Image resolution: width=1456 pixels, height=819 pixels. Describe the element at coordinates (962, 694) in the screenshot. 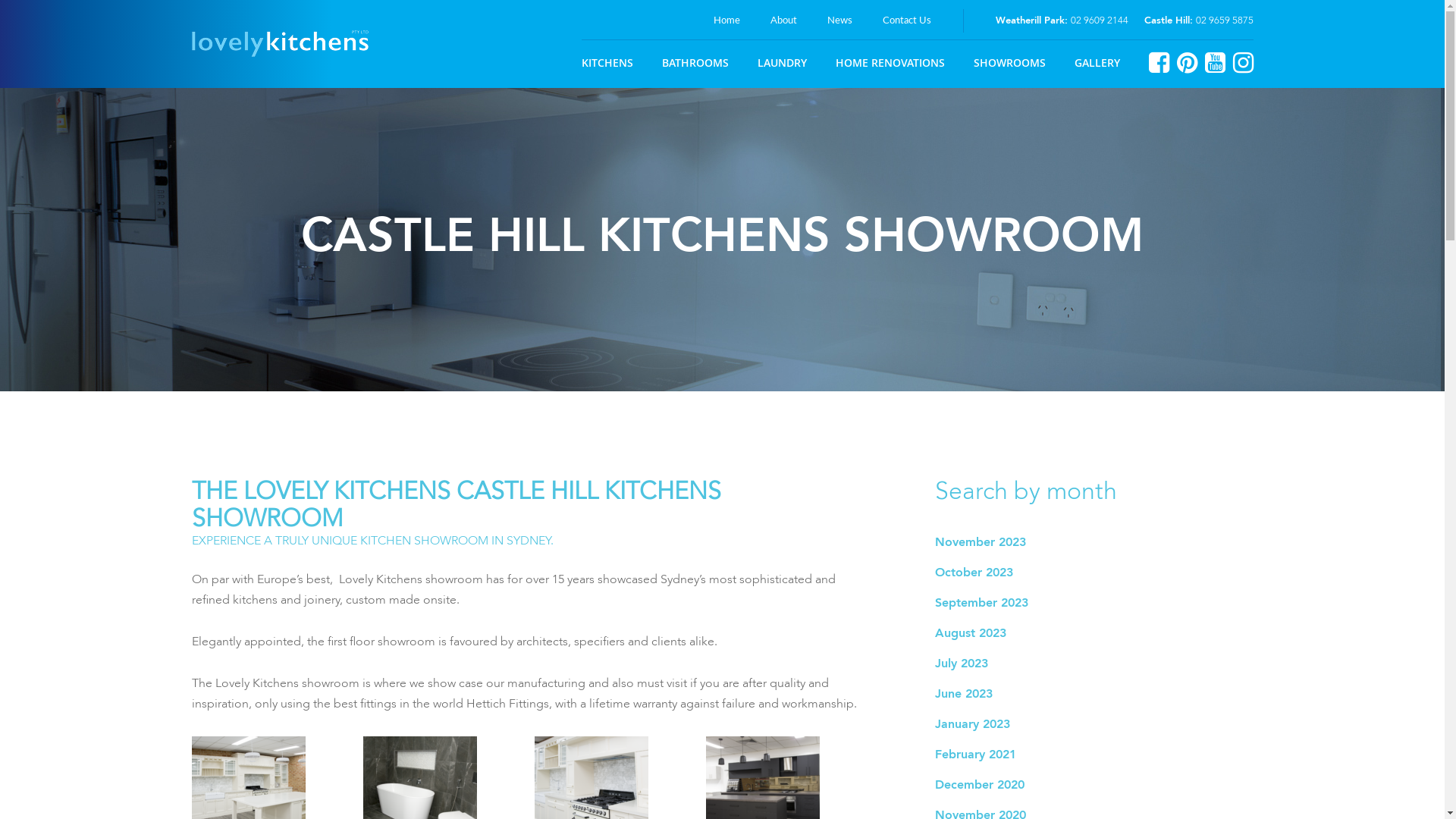

I see `'June 2023'` at that location.